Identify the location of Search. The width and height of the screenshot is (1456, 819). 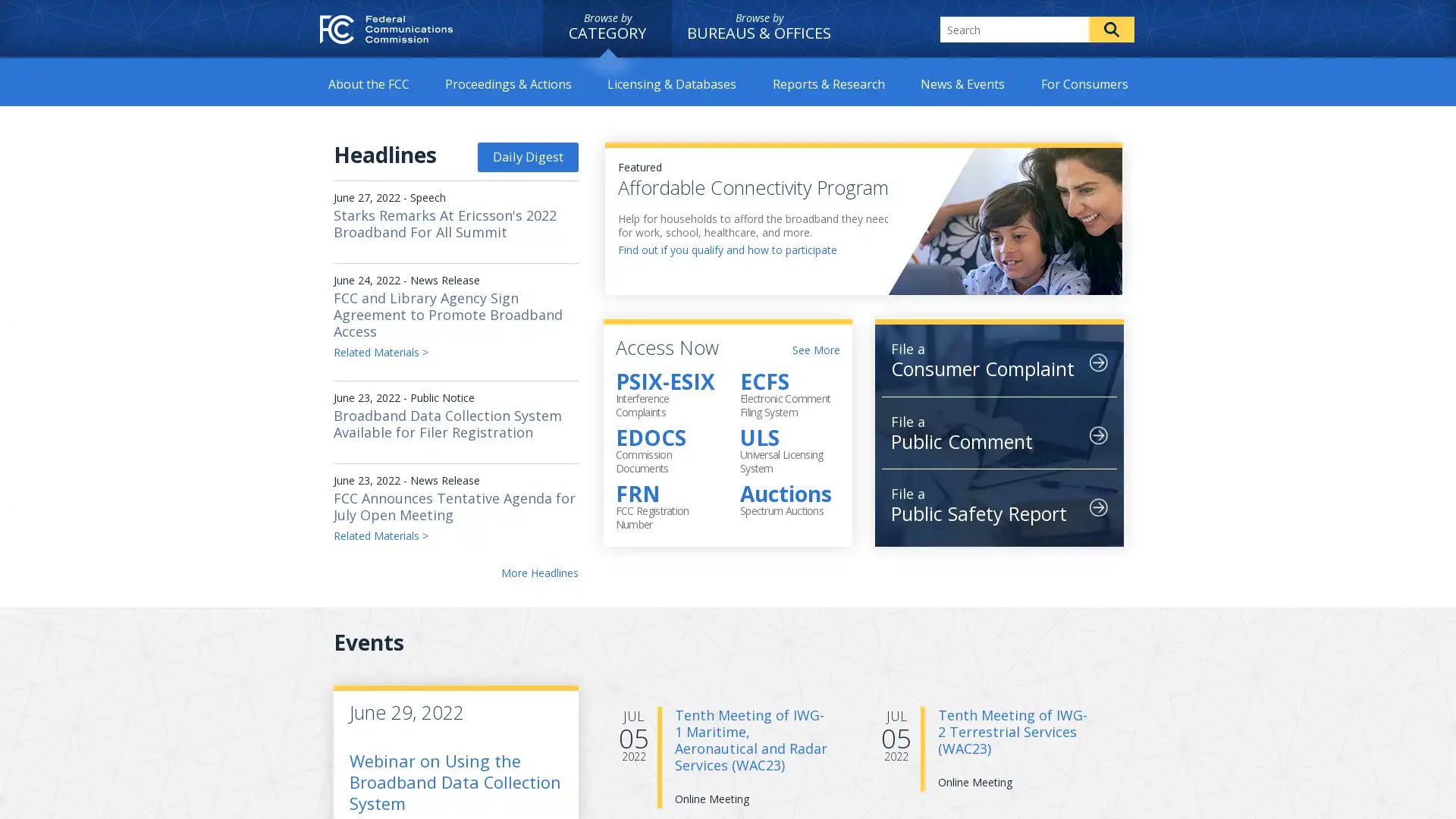
(1111, 29).